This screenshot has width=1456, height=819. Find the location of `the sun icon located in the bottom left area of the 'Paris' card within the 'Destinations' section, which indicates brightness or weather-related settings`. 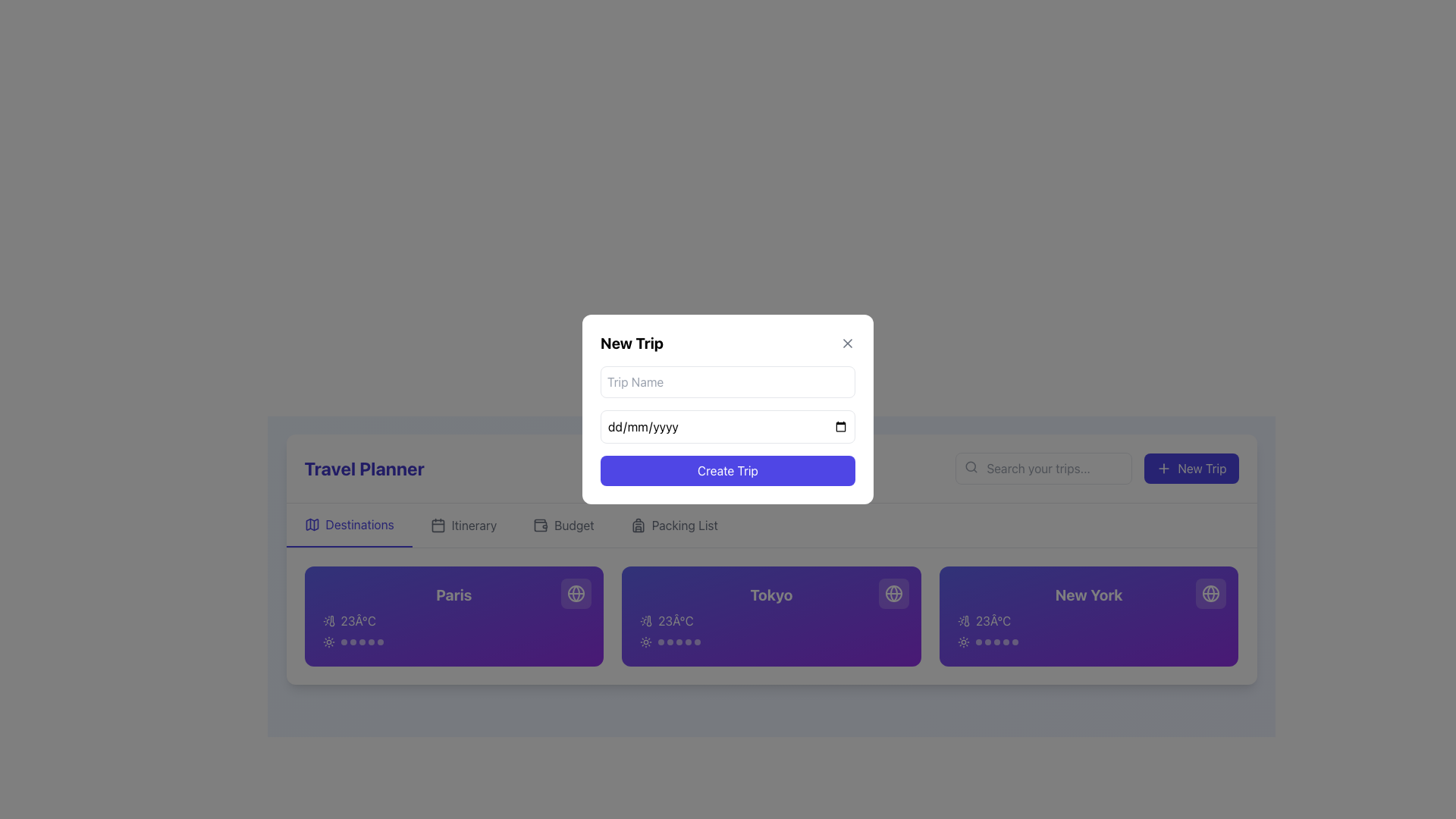

the sun icon located in the bottom left area of the 'Paris' card within the 'Destinations' section, which indicates brightness or weather-related settings is located at coordinates (328, 642).